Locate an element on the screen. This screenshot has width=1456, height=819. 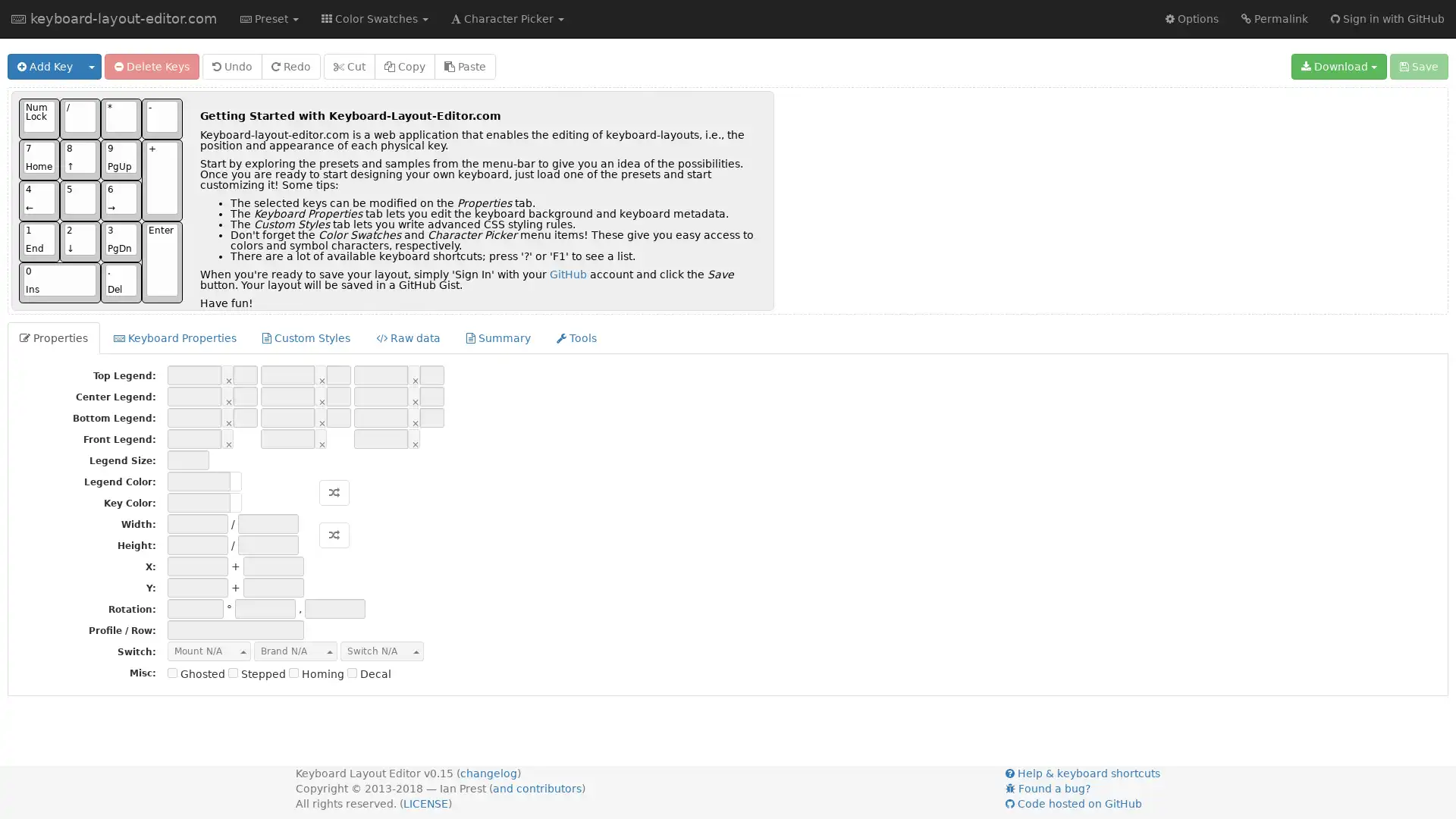
Paste is located at coordinates (464, 66).